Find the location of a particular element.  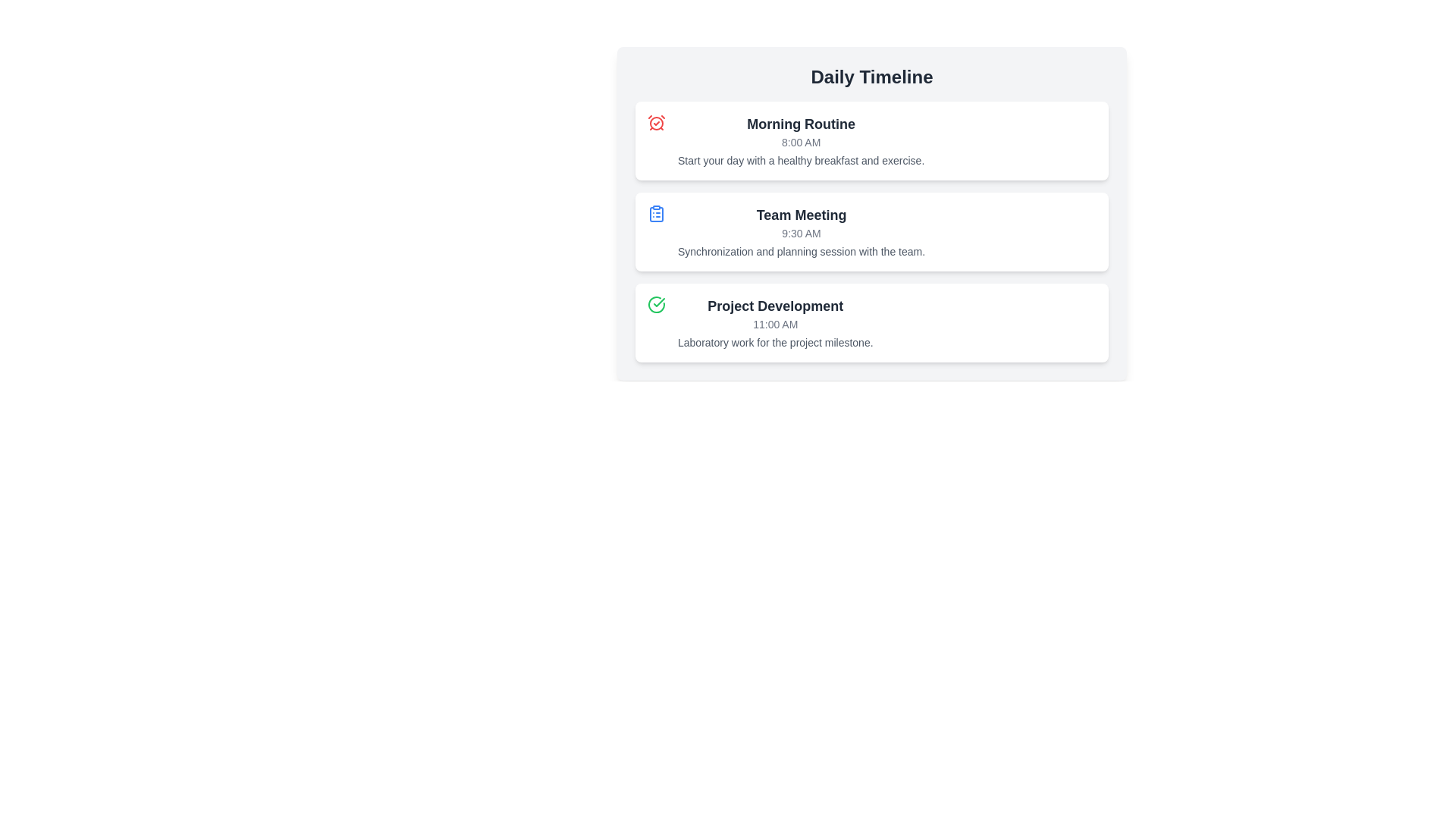

the text element that describes 'Synchronization and planning session with the team.' located under the '9:30 AM' time indicator in the 'Team Meeting' block is located at coordinates (800, 250).